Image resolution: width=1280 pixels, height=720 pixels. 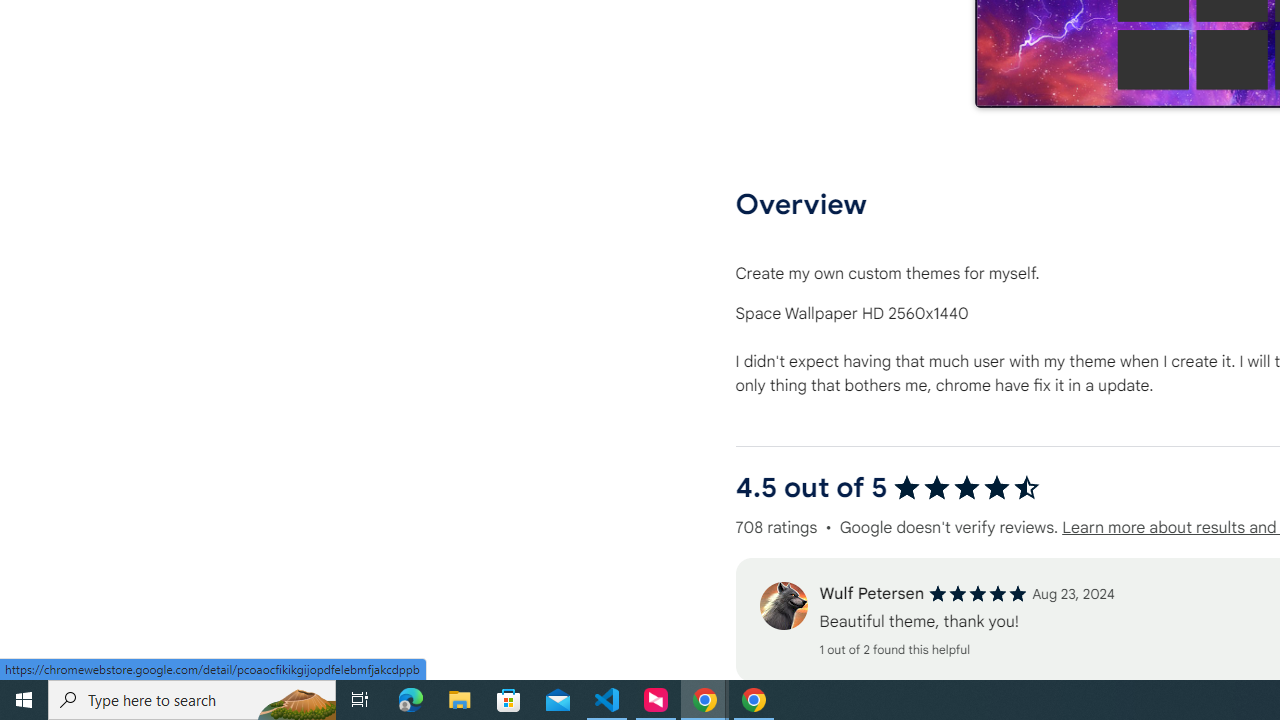 What do you see at coordinates (966, 488) in the screenshot?
I see `'4.5 out of 5 stars'` at bounding box center [966, 488].